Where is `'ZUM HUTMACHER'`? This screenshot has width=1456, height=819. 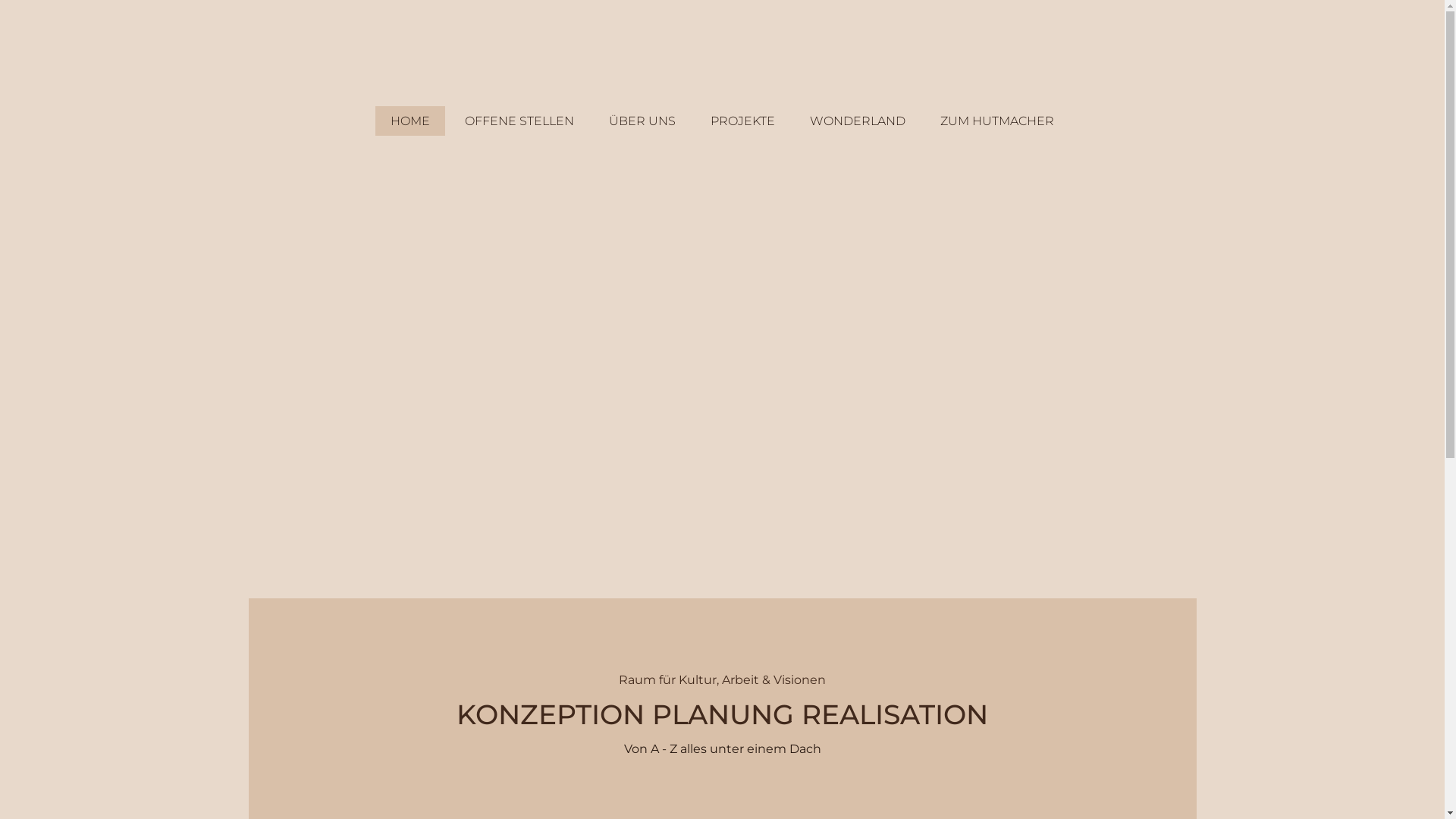 'ZUM HUTMACHER' is located at coordinates (924, 120).